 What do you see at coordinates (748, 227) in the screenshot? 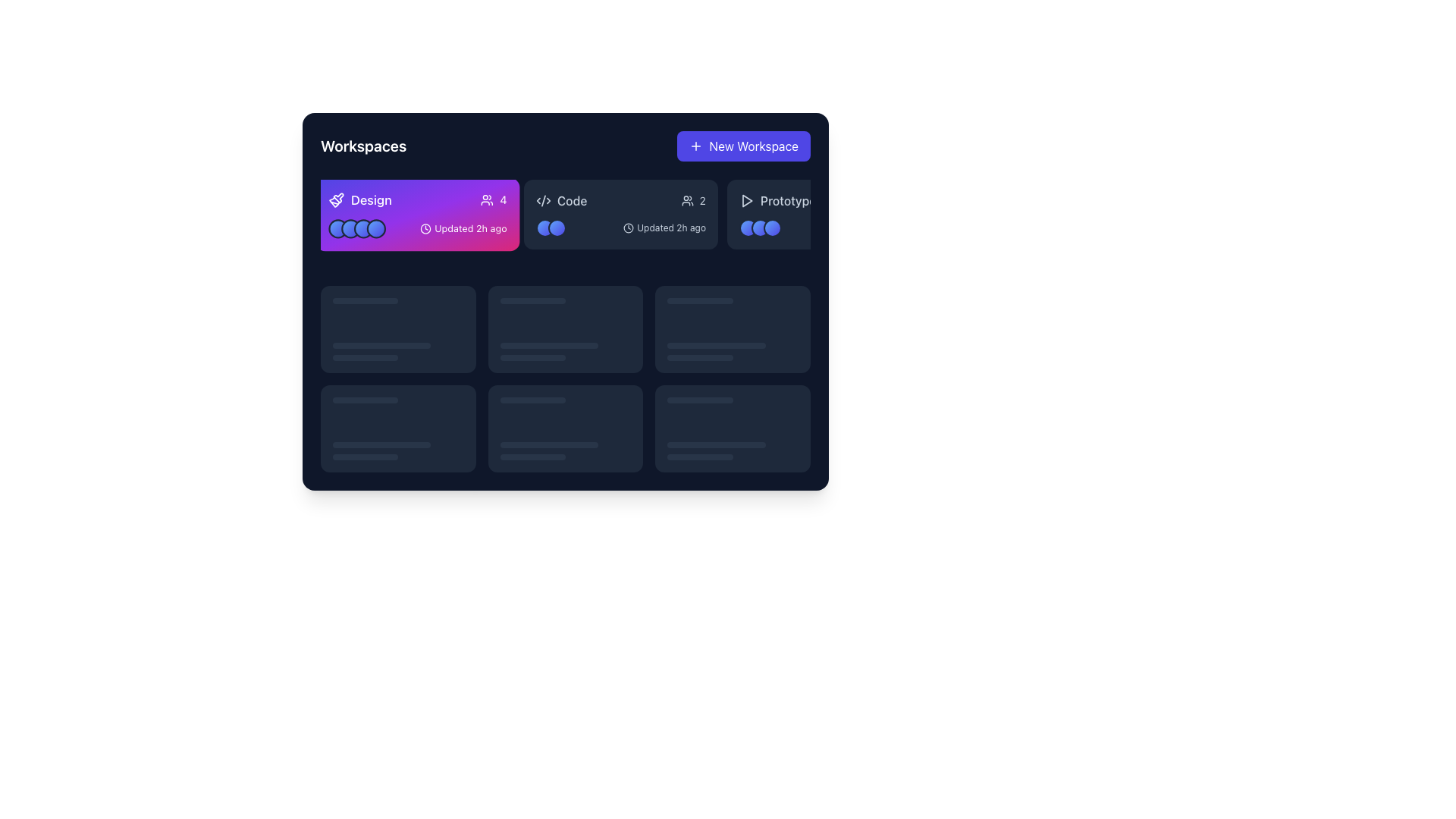
I see `the first decorative graphical element (circle with gradient) in the horizontal group of three circles located in the top-right area of the 'Prototype' workspace section` at bounding box center [748, 227].